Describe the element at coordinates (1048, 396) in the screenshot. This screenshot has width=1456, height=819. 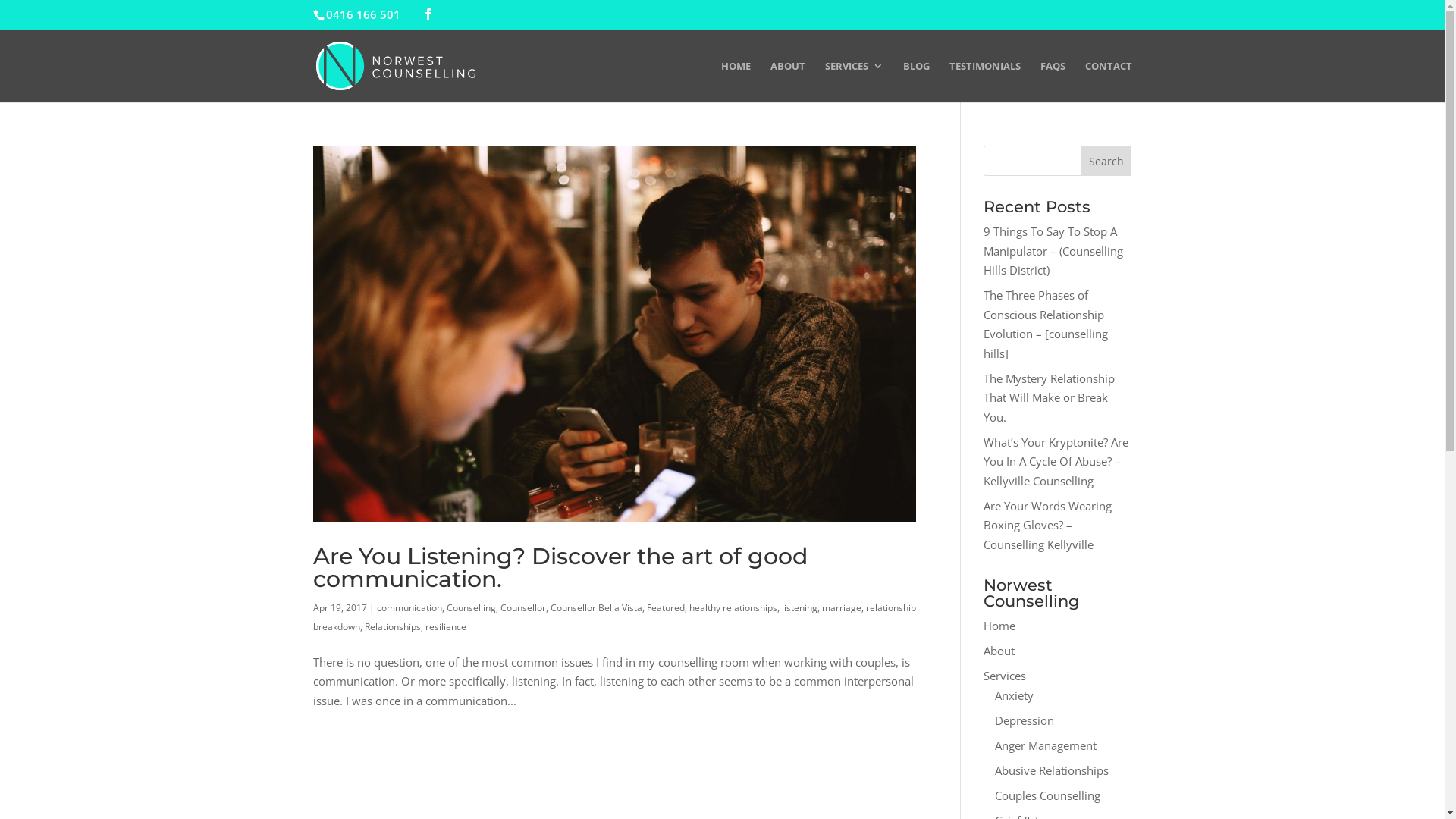
I see `'The Mystery Relationship That Will Make or Break You.'` at that location.